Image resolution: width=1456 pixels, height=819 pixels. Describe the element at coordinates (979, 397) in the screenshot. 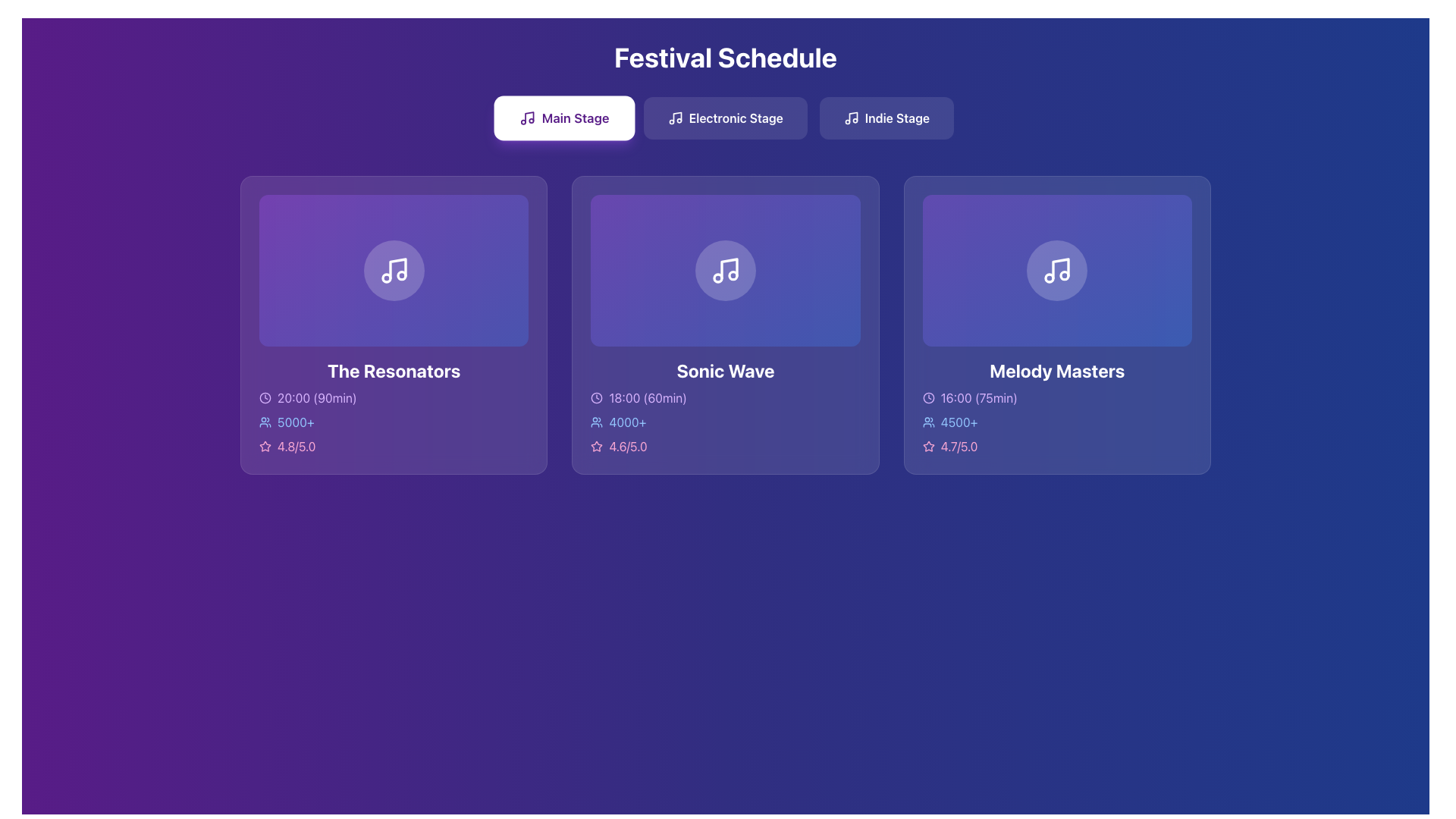

I see `time information displayed in the light purple text label showing '16:00 (75min)' located in the third event card titled 'Melody Masters' in the 'Festival Schedule' interface` at that location.